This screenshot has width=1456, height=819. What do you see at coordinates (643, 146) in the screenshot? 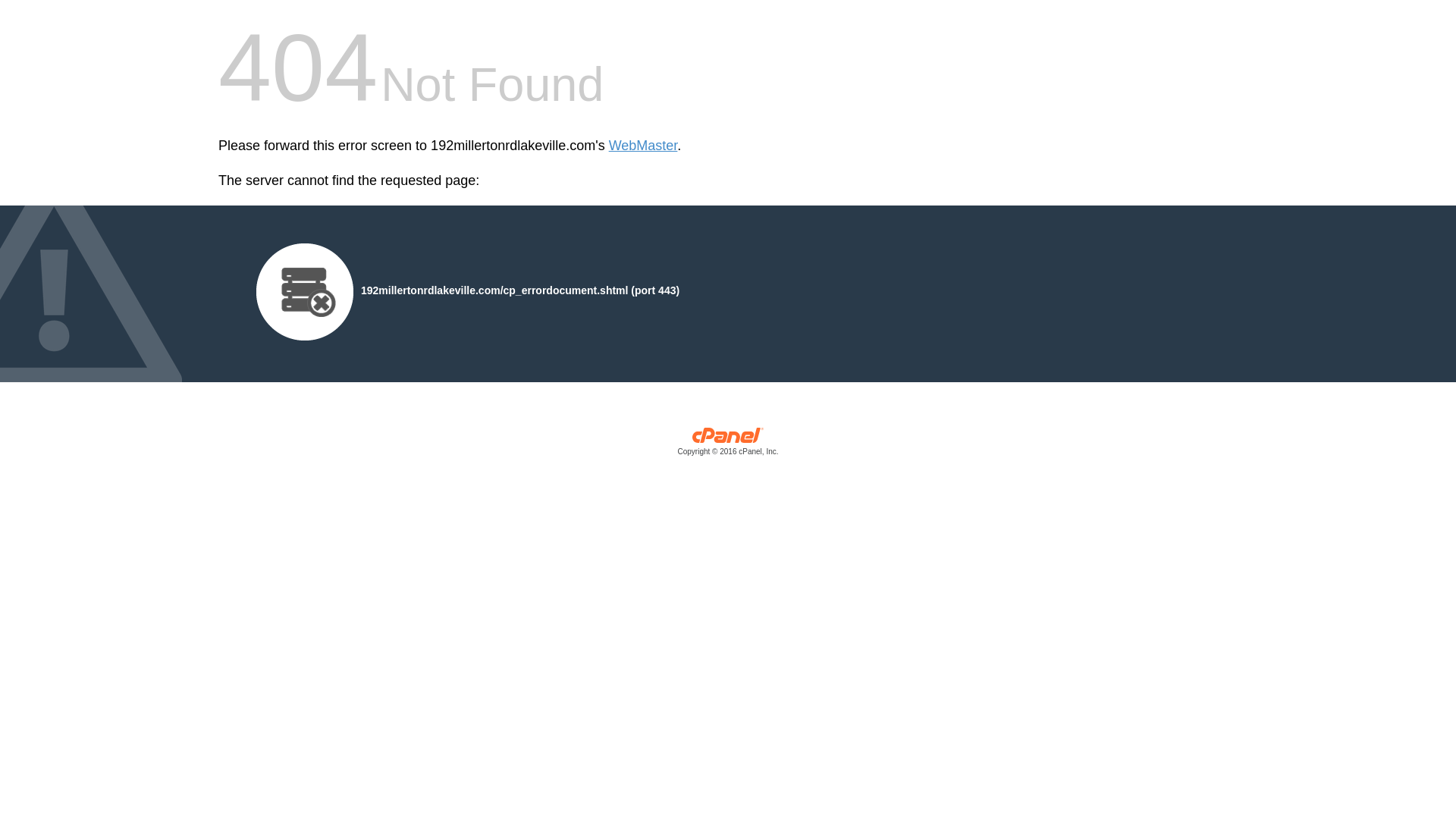
I see `'WebMaster'` at bounding box center [643, 146].